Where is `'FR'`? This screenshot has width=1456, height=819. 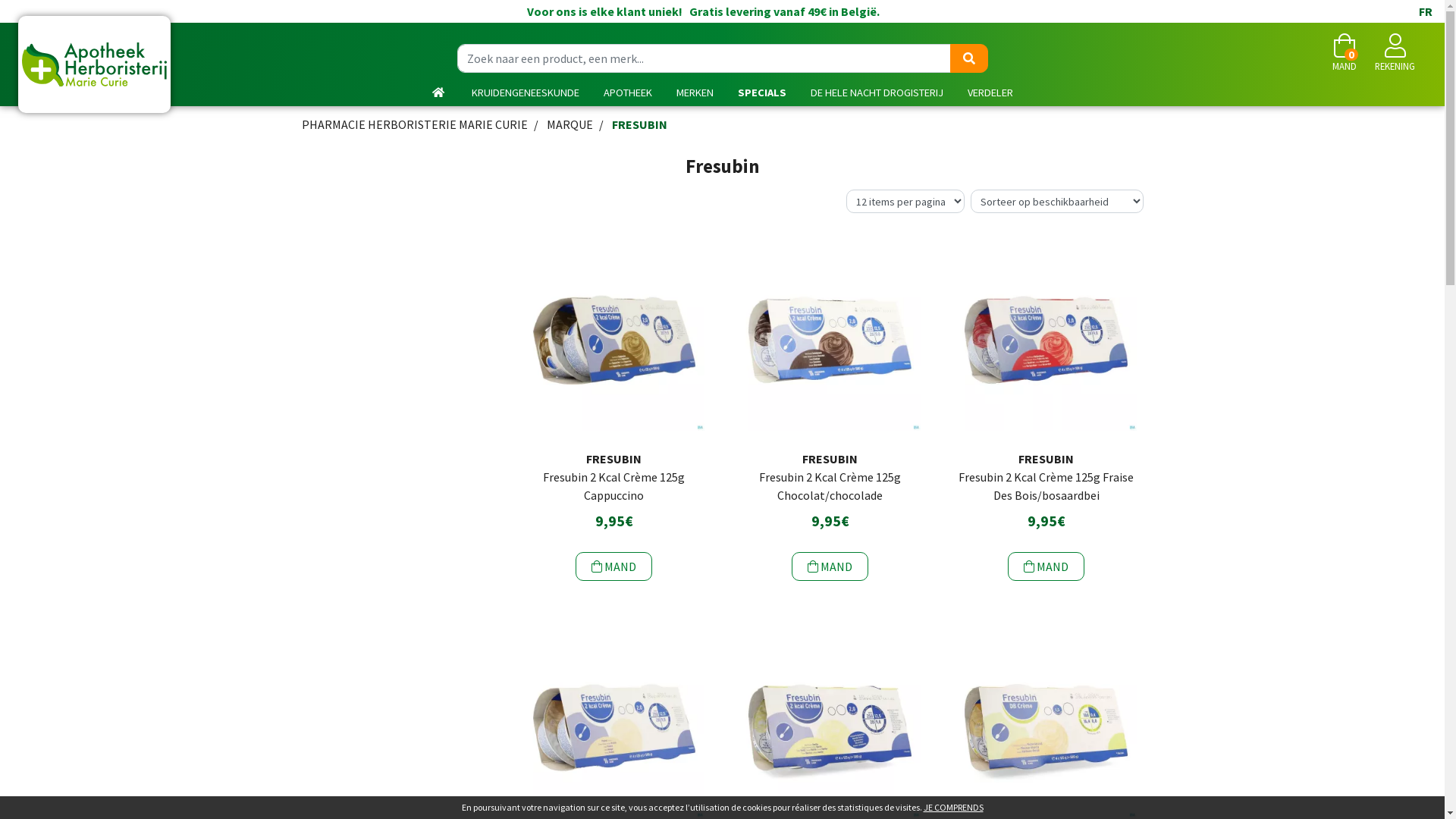 'FR' is located at coordinates (1425, 11).